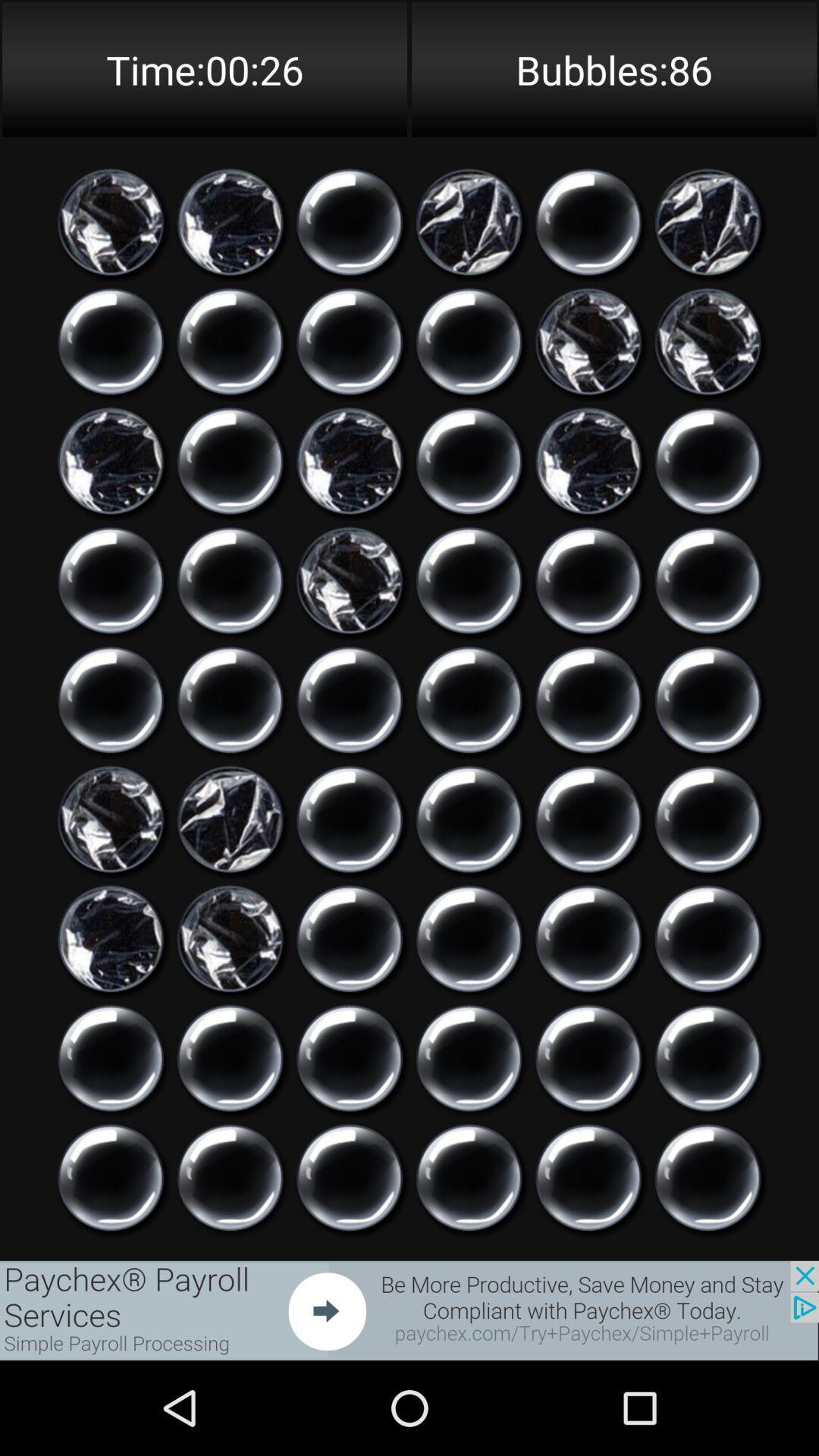  I want to click on click on bubbles, so click(468, 579).